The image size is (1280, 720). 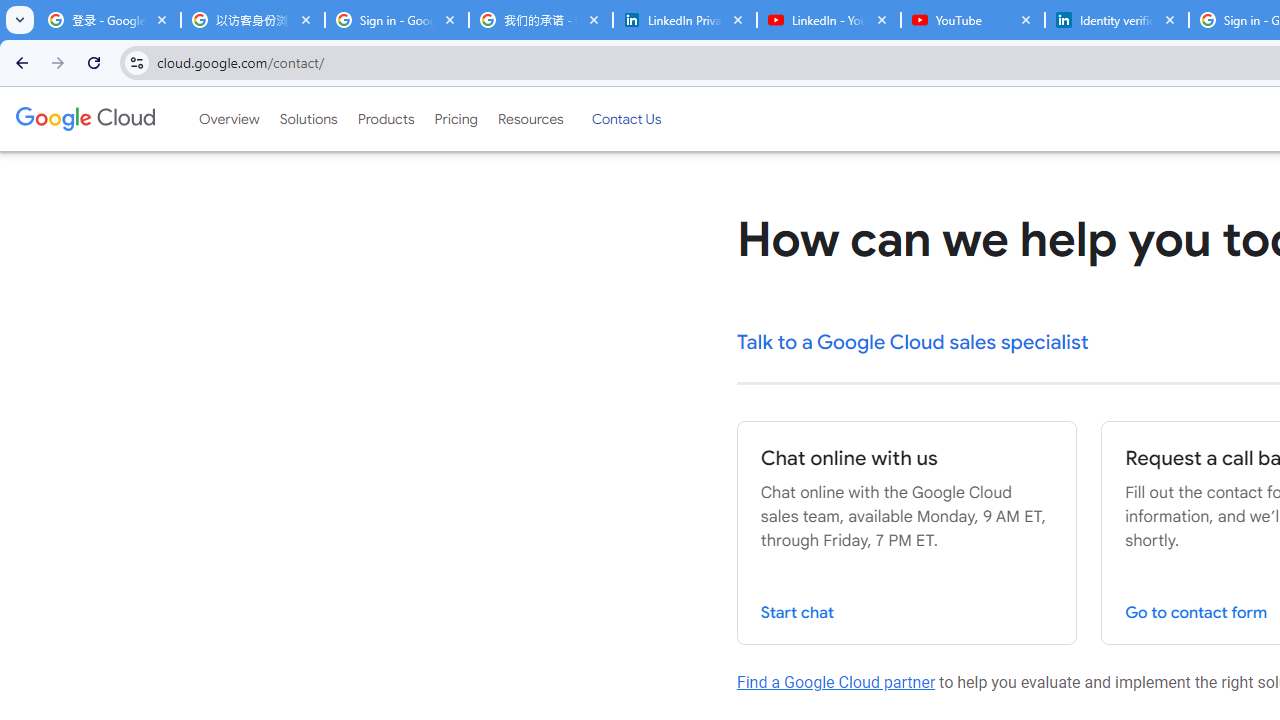 What do you see at coordinates (307, 119) in the screenshot?
I see `'Solutions'` at bounding box center [307, 119].